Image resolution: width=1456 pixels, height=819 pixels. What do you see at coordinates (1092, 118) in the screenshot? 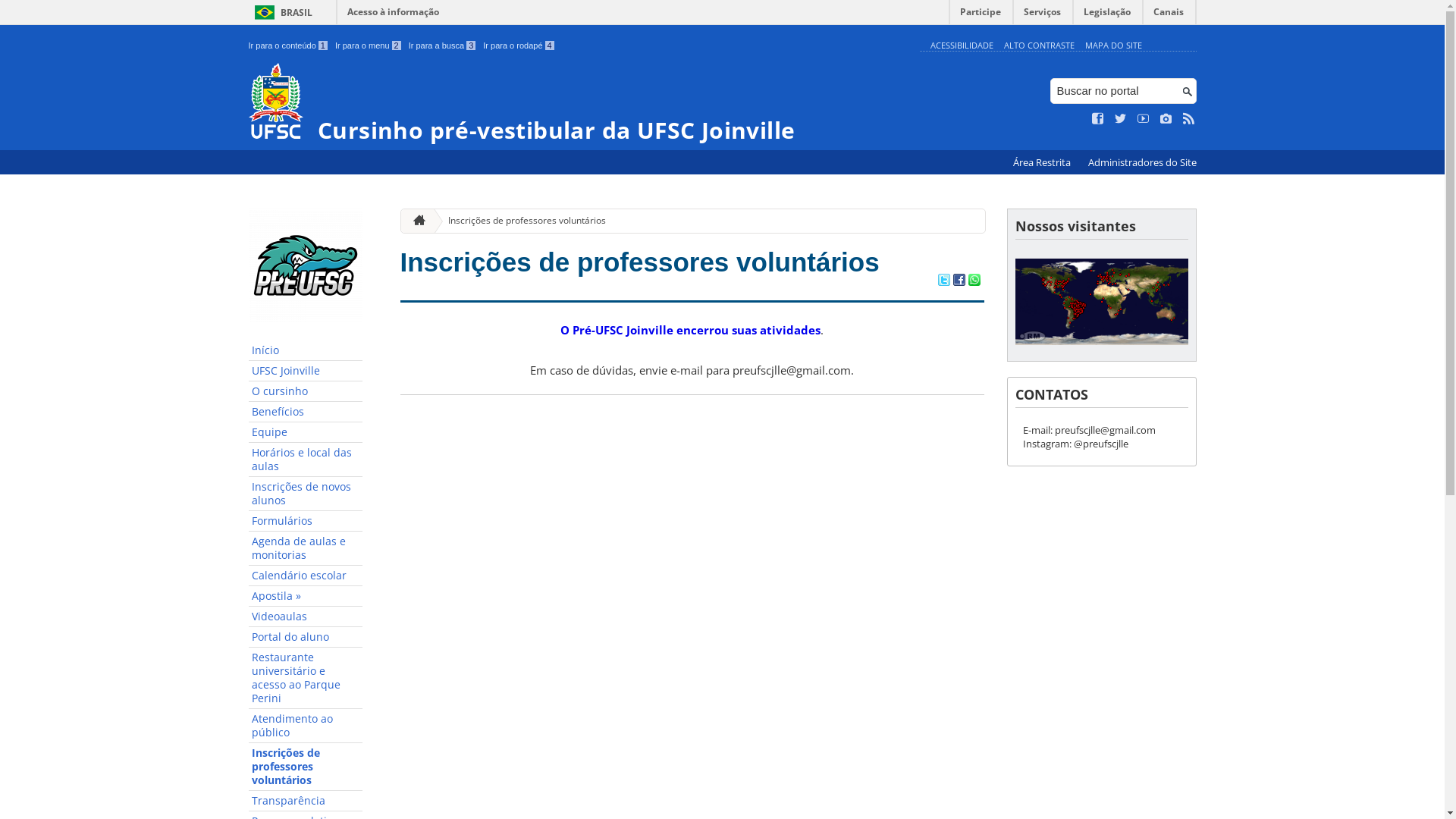
I see `'Curta no Facebook'` at bounding box center [1092, 118].